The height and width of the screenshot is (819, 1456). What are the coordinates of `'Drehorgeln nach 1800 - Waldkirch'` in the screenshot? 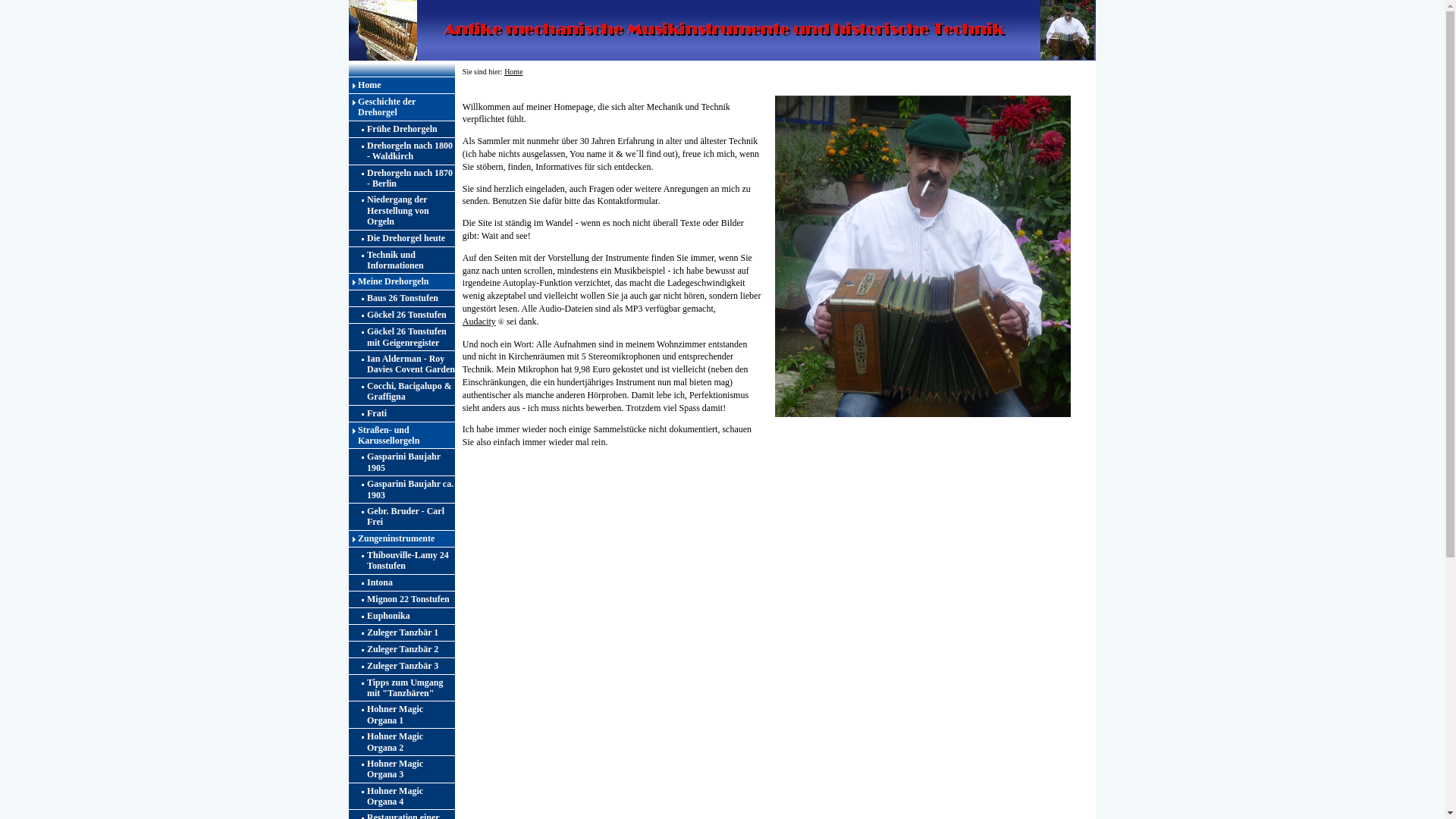 It's located at (401, 151).